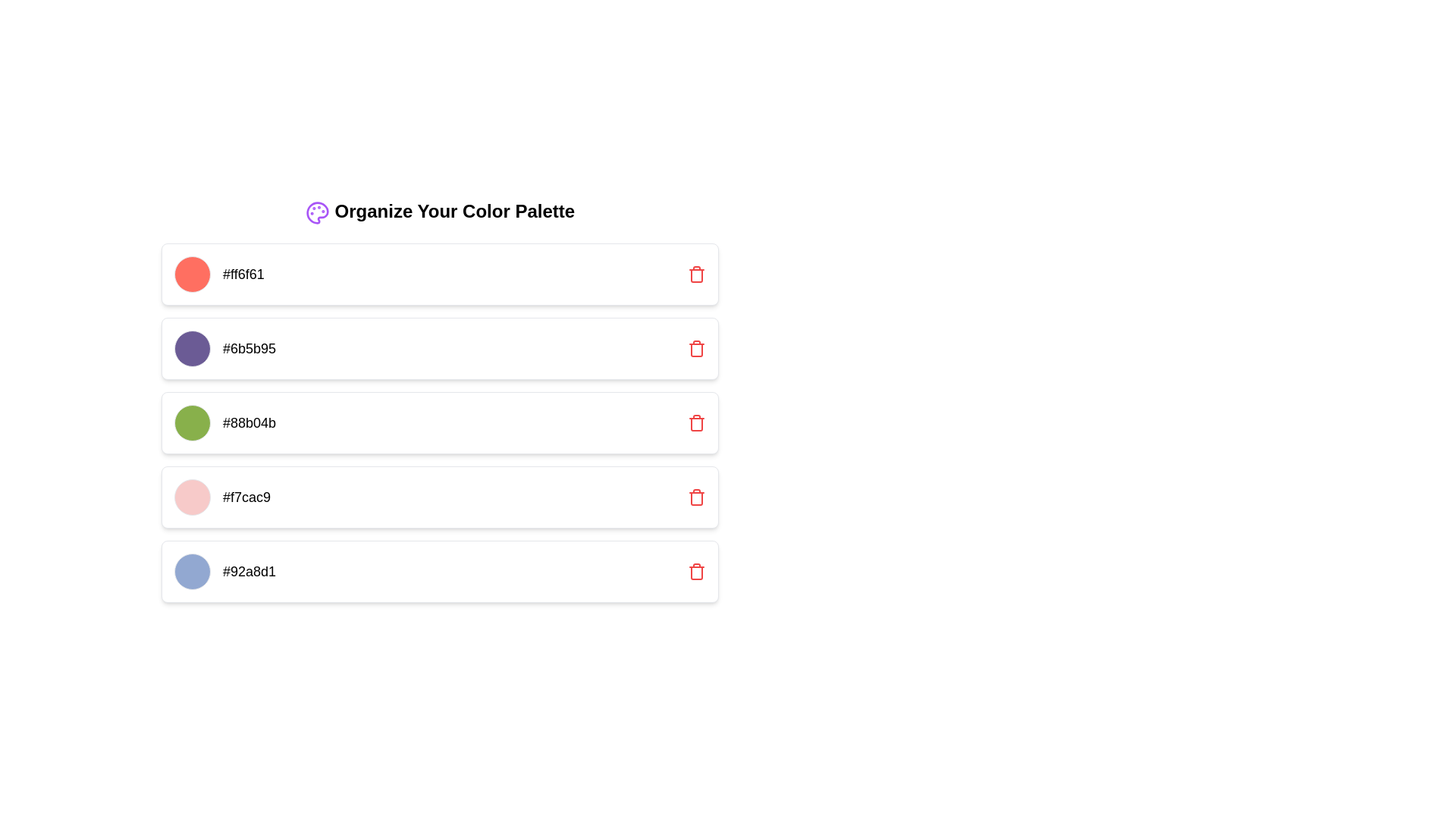 This screenshot has height=819, width=1456. I want to click on the Static Text element displaying the color code '#ff6f61', which is styled with a medium font size and in black color, located immediately to the right of a circular color indicator within a white card layout, so click(243, 274).